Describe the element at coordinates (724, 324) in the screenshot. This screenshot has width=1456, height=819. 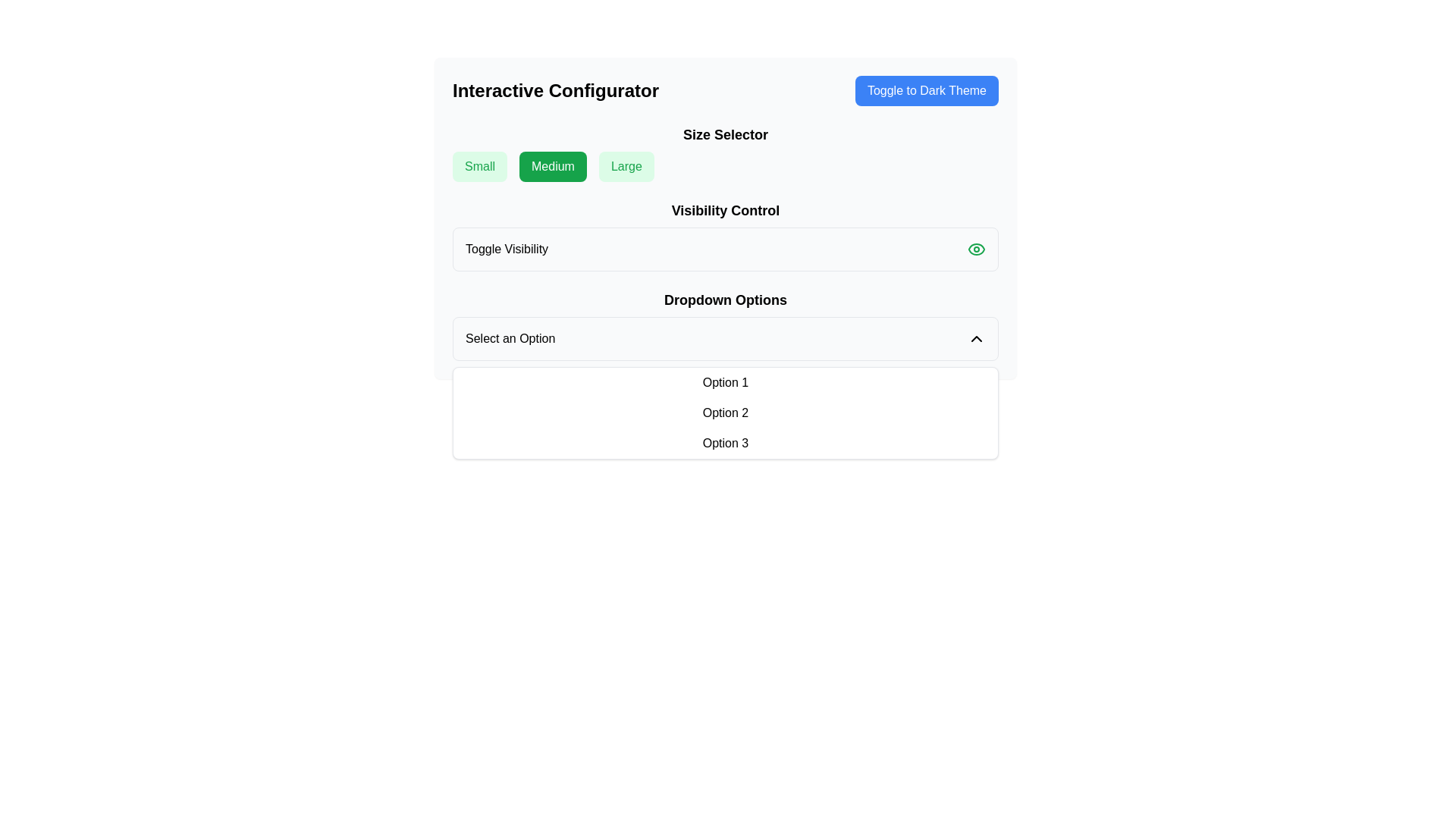
I see `the dropdown menu located directly below the 'Toggle Visibility' button` at that location.